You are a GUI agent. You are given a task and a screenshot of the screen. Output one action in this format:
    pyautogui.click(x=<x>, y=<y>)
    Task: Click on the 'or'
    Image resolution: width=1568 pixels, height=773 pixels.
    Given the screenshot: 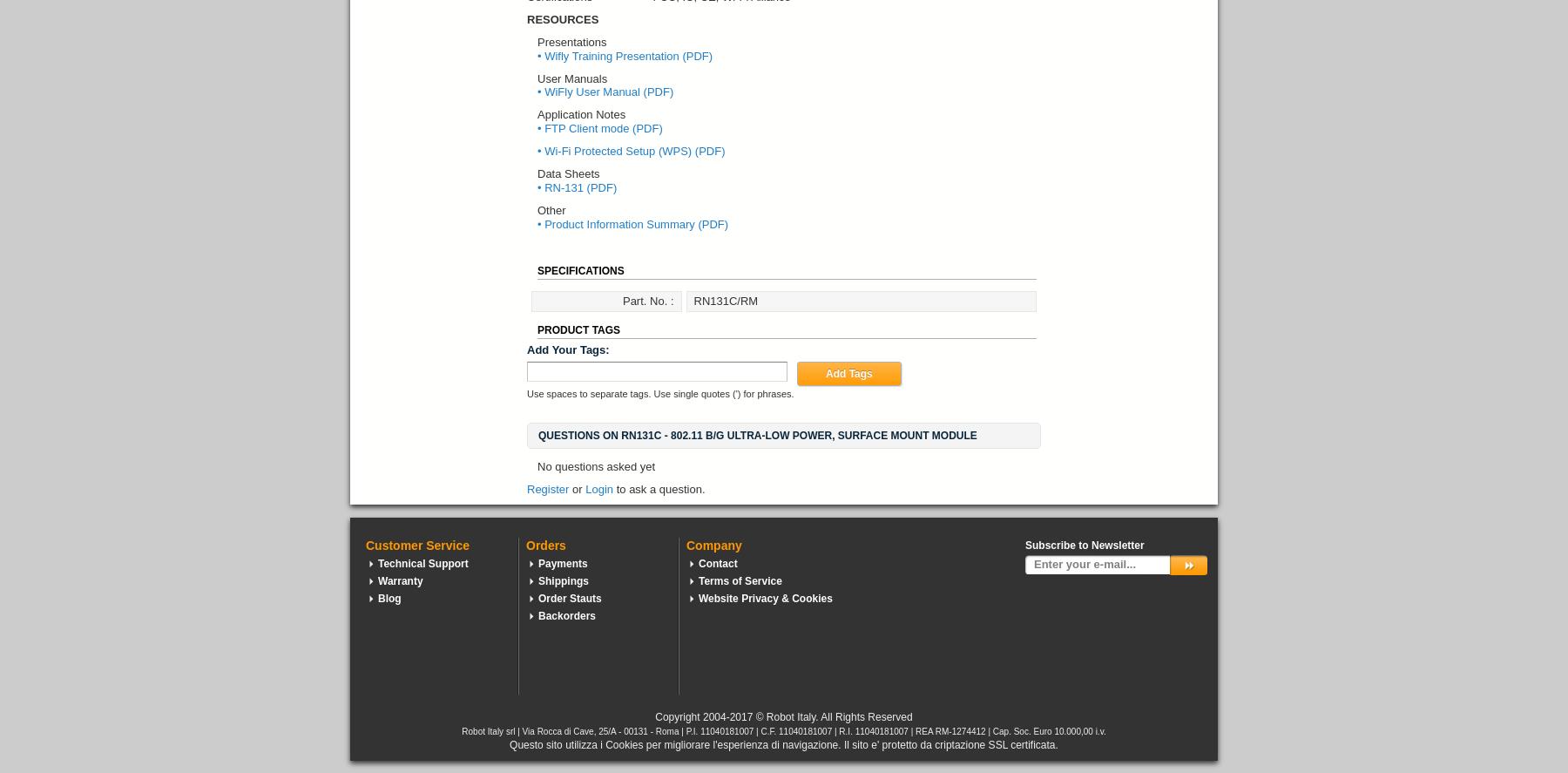 What is the action you would take?
    pyautogui.click(x=572, y=487)
    